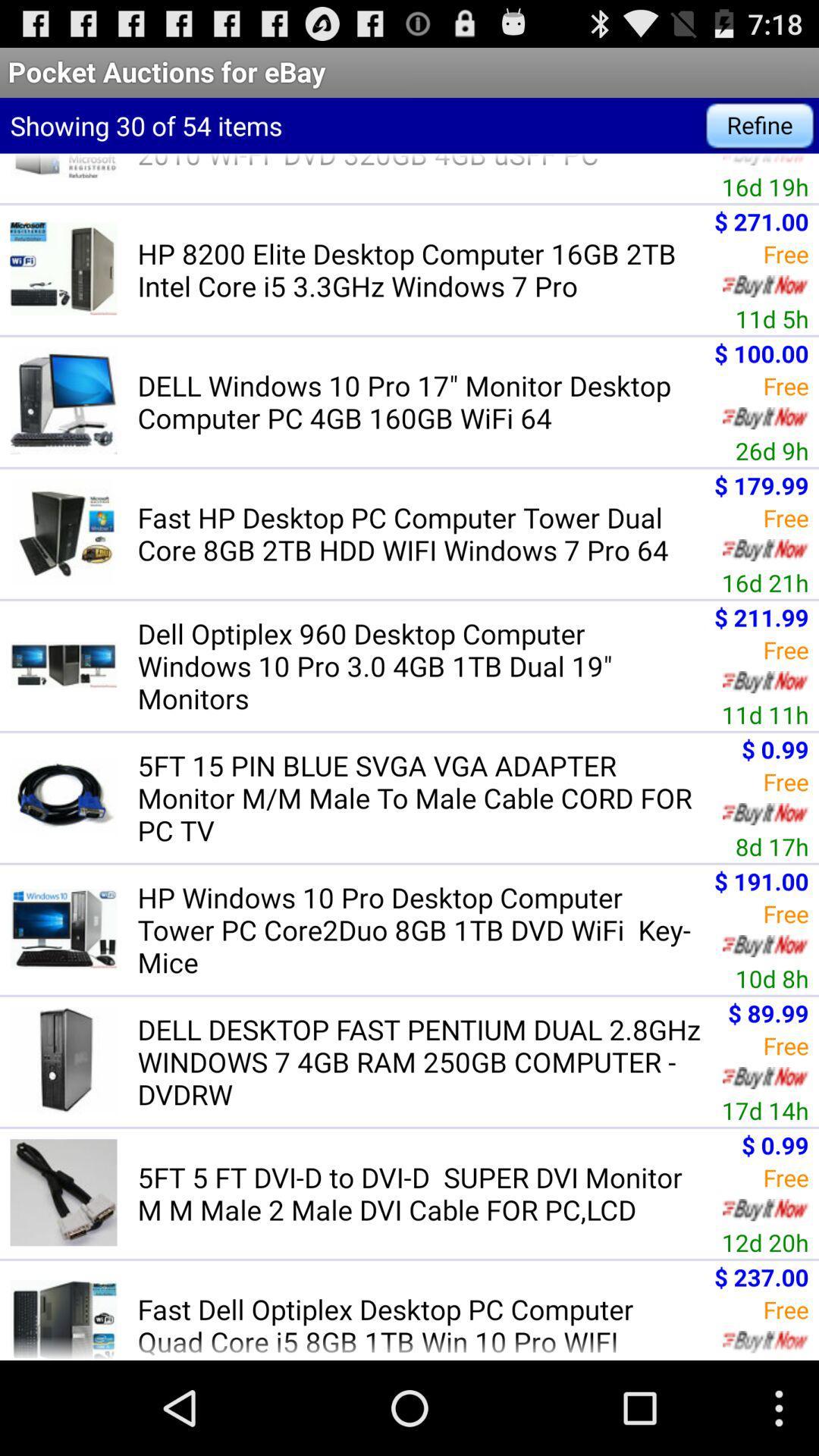 This screenshot has height=1456, width=819. What do you see at coordinates (765, 1242) in the screenshot?
I see `app next to the 5ft 5 ft` at bounding box center [765, 1242].